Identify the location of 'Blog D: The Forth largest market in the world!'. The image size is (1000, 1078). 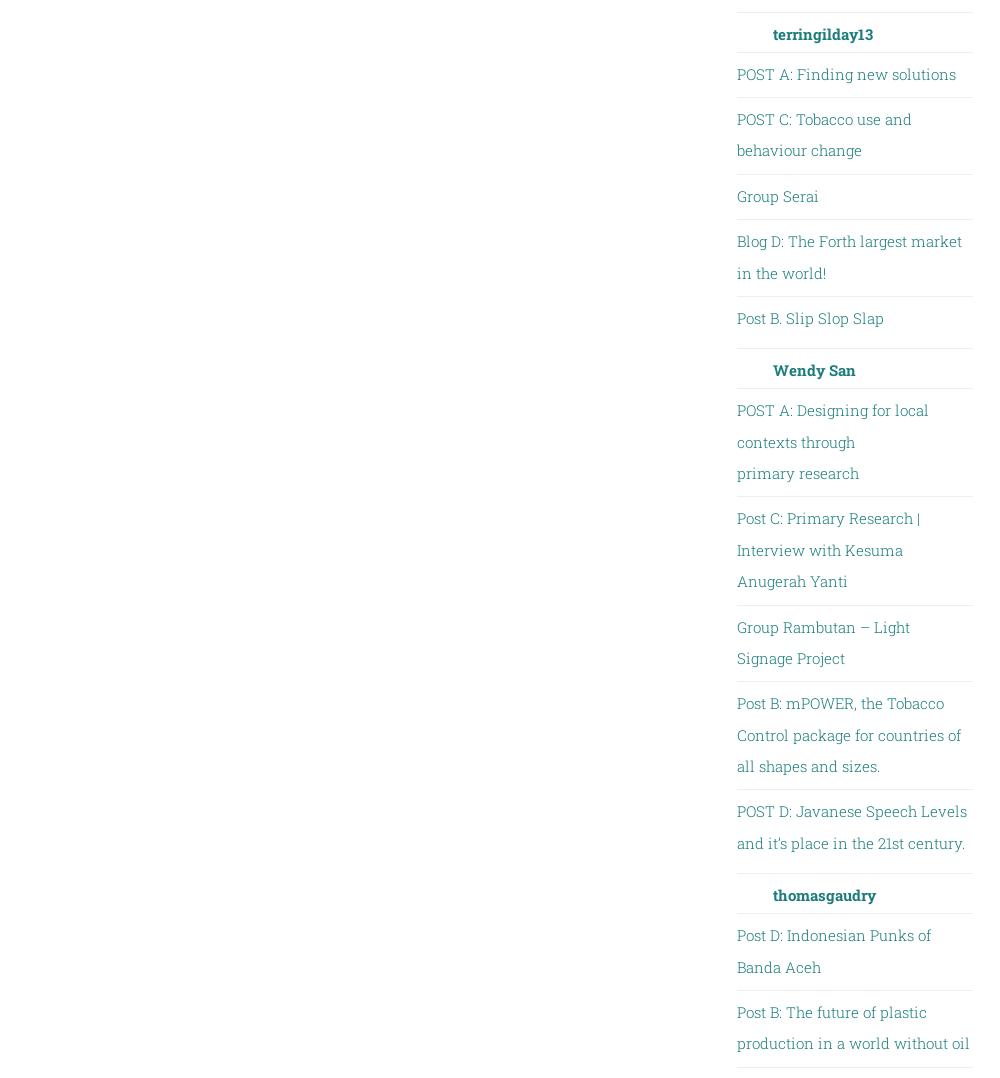
(847, 255).